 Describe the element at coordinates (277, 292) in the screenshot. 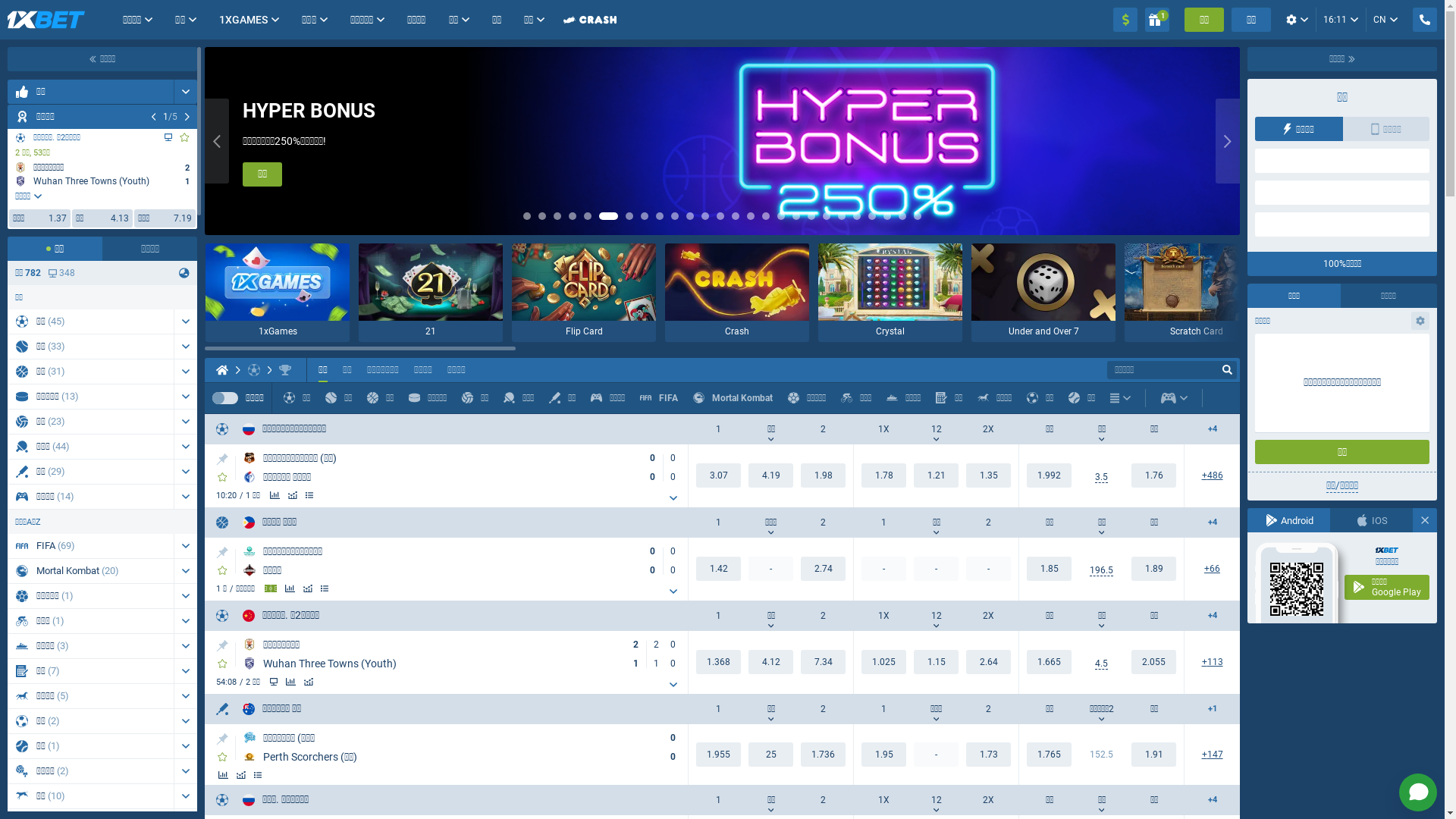

I see `'1xGames'` at that location.